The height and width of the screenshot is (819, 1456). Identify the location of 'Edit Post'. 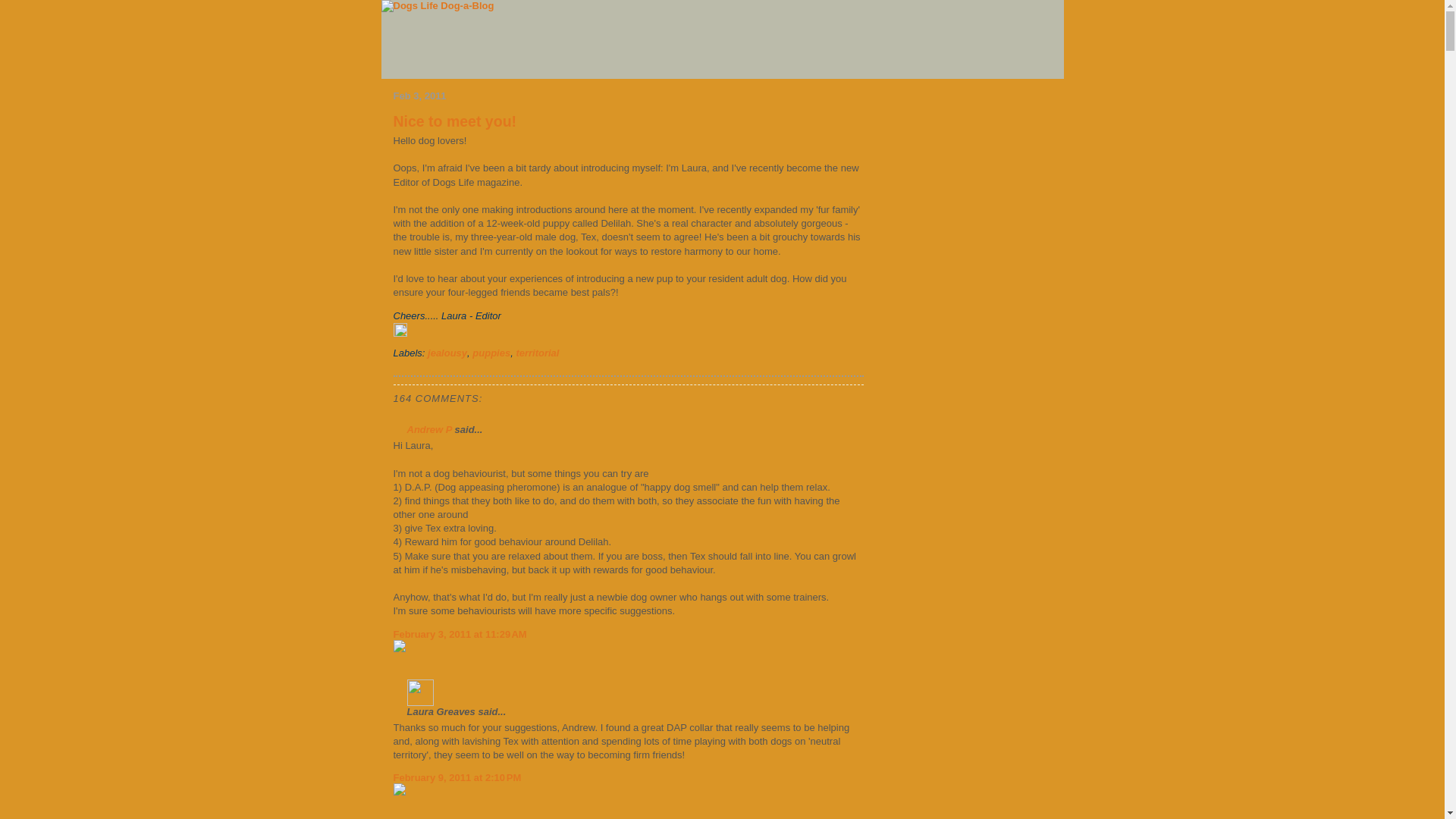
(627, 335).